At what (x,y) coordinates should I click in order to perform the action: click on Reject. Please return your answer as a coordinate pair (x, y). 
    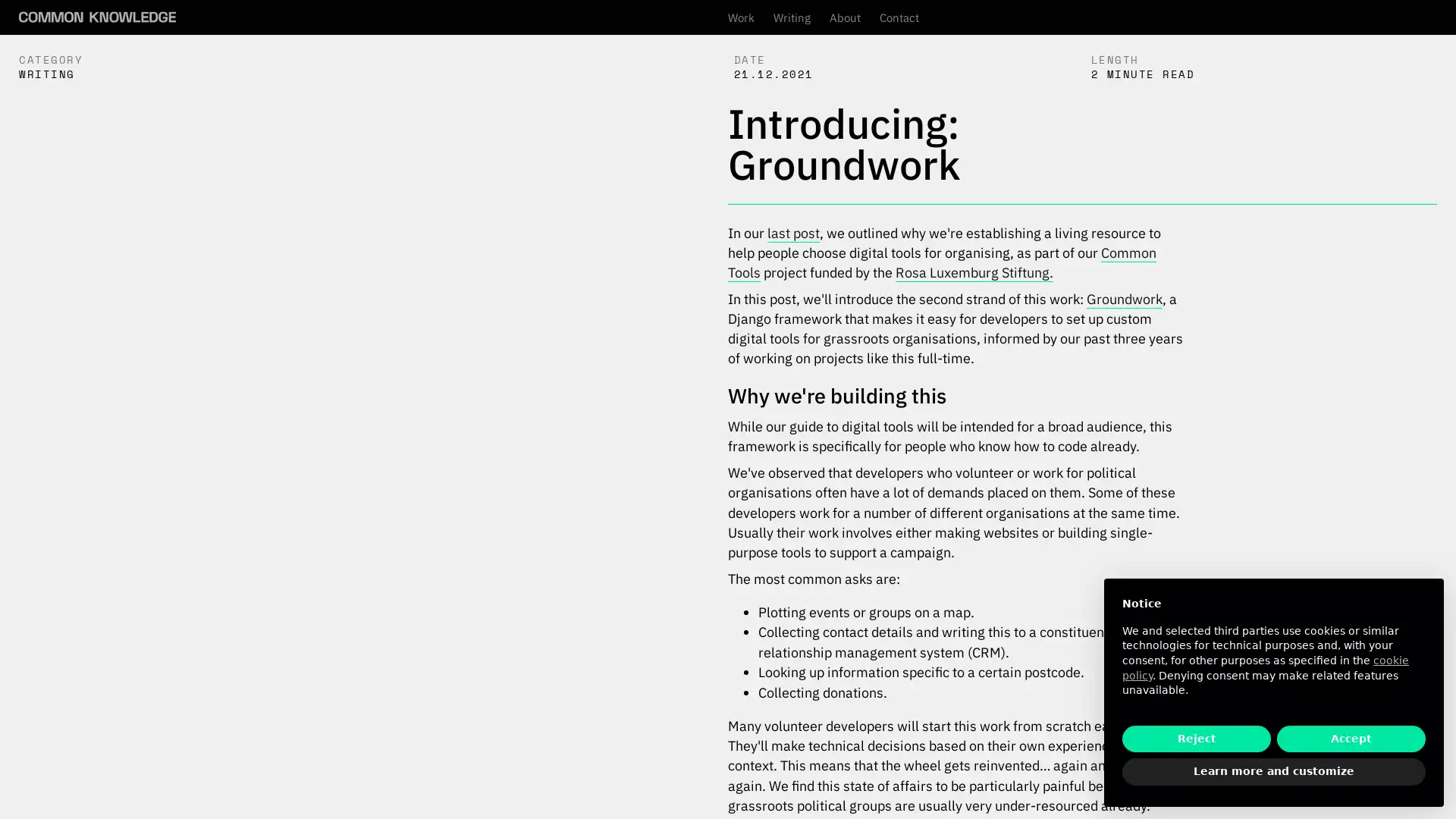
    Looking at the image, I should click on (1196, 738).